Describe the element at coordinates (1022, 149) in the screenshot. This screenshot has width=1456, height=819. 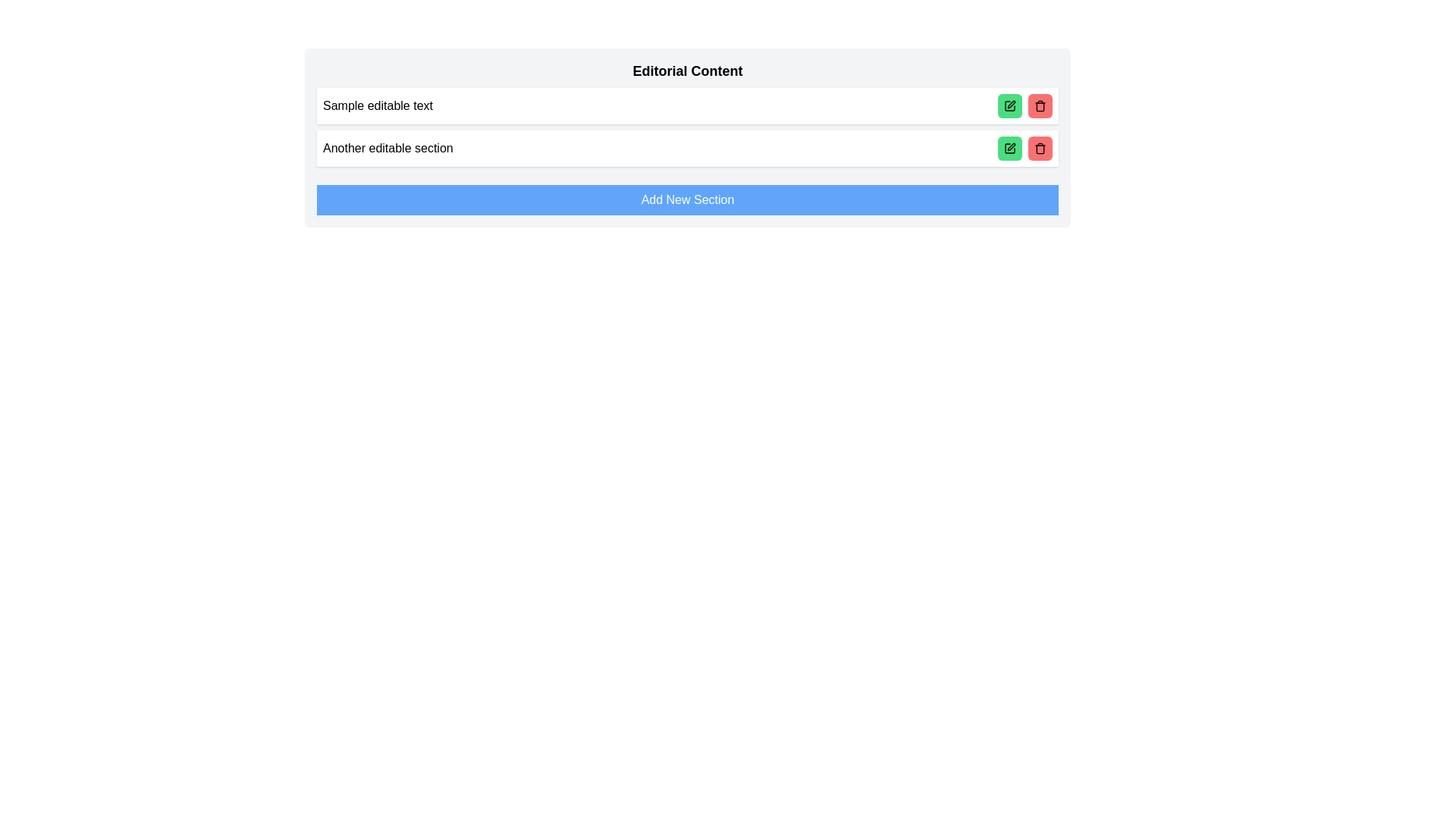
I see `the green pen icon button located at the far right of the panel labeled 'Another editable section'` at that location.